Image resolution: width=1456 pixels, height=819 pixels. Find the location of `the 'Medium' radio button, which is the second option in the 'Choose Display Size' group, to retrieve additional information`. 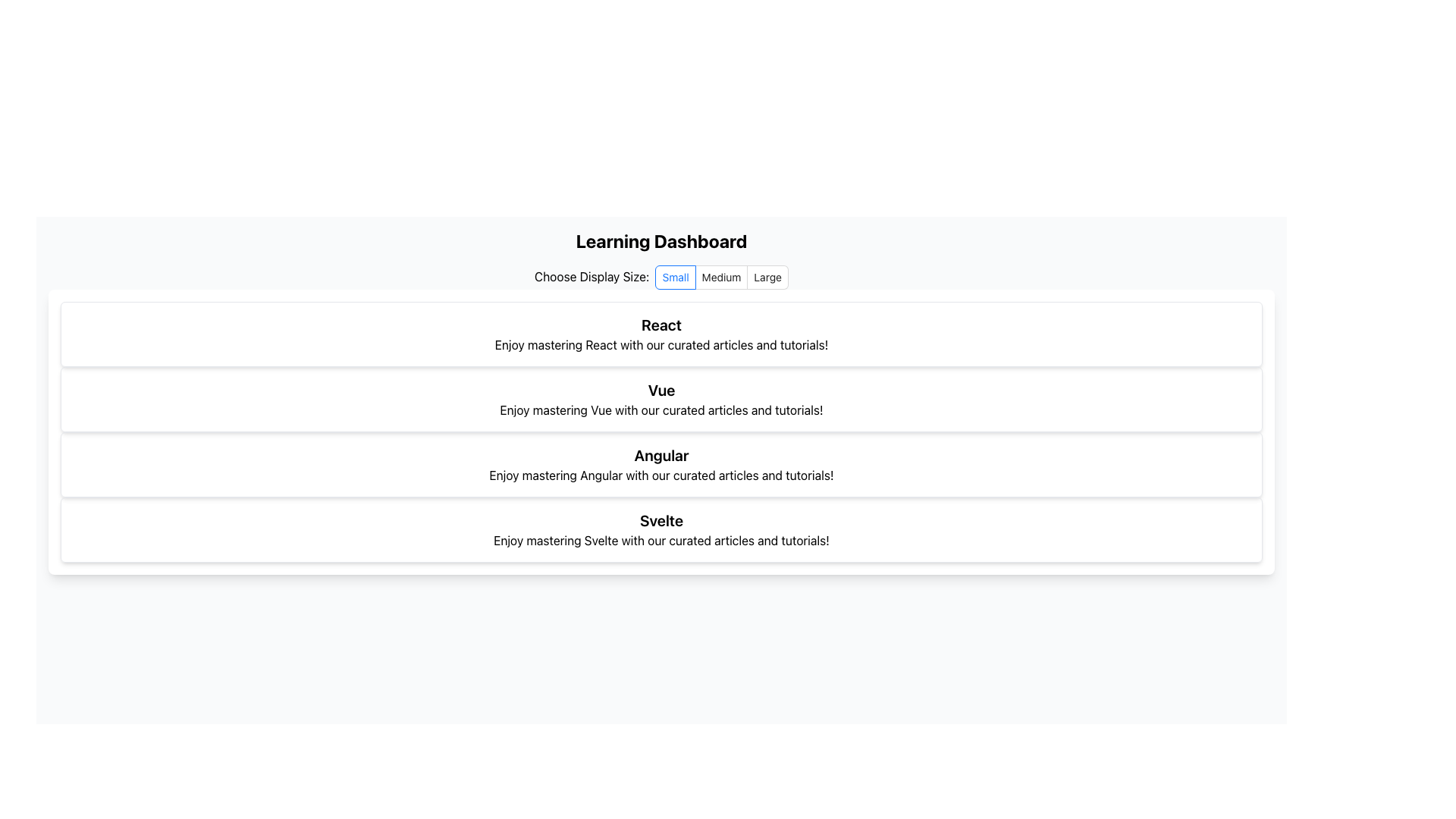

the 'Medium' radio button, which is the second option in the 'Choose Display Size' group, to retrieve additional information is located at coordinates (720, 278).